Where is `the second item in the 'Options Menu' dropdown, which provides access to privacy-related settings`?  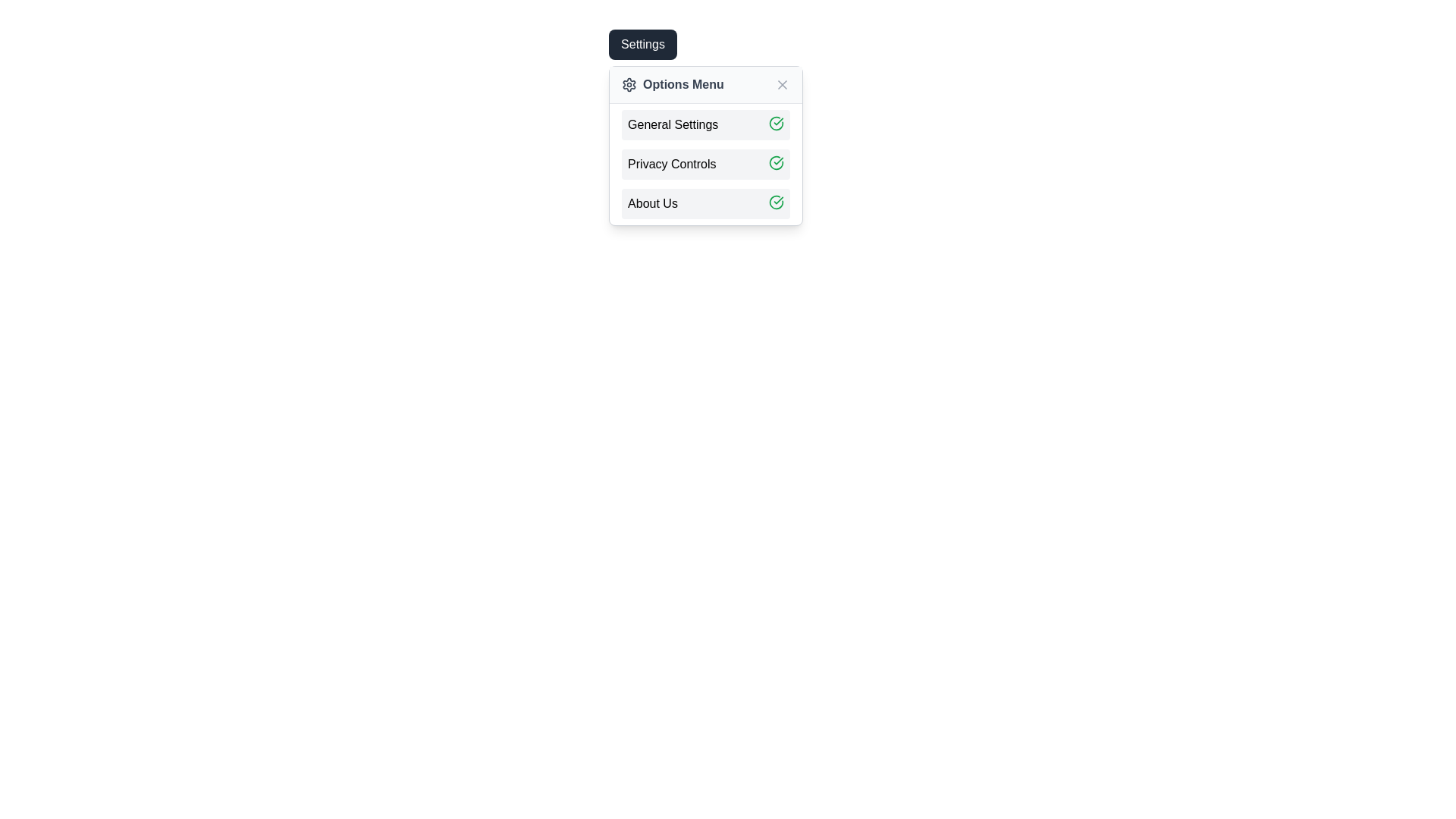
the second item in the 'Options Menu' dropdown, which provides access to privacy-related settings is located at coordinates (705, 164).